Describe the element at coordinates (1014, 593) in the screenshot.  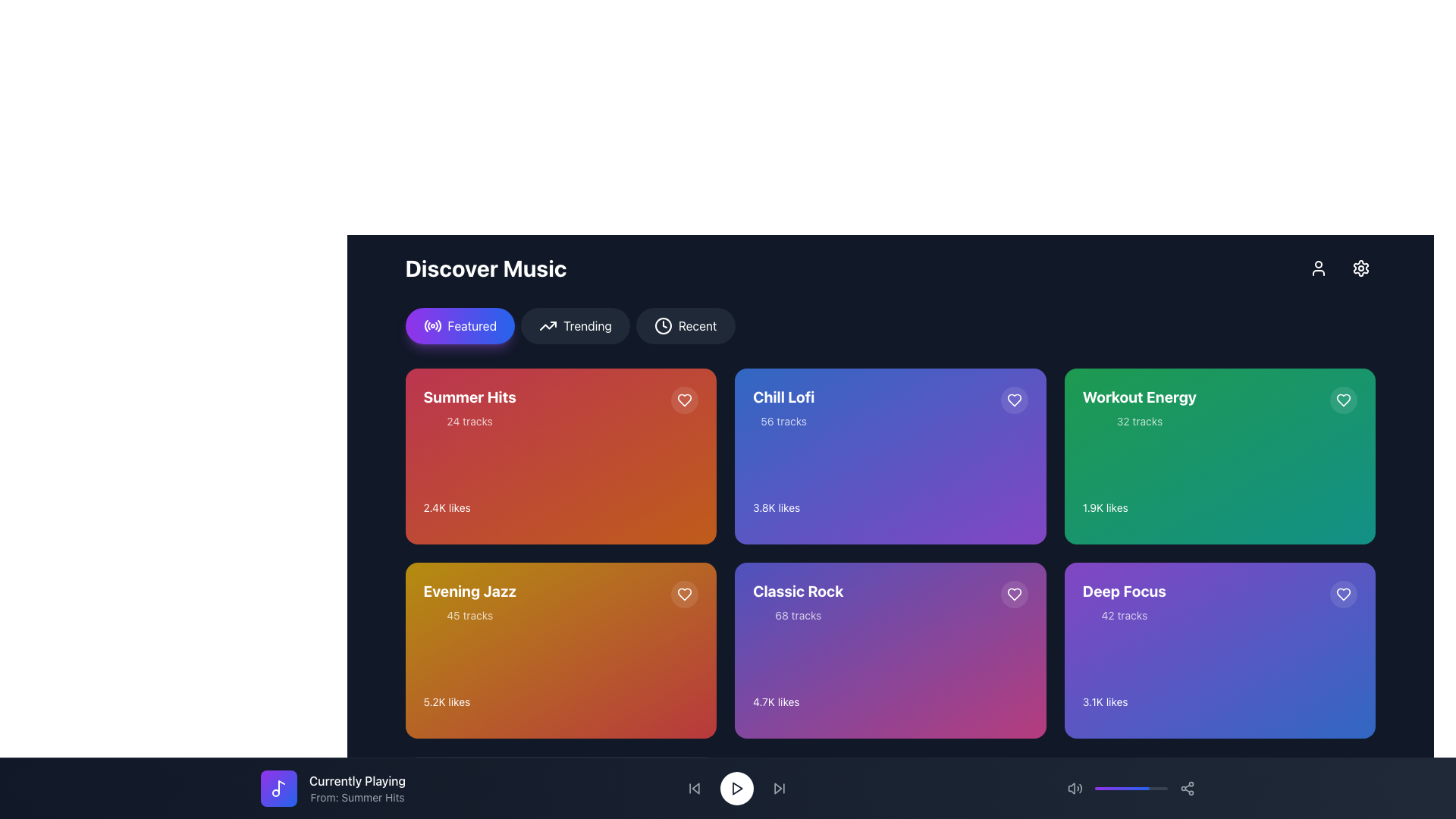
I see `the circular heart-shaped button located at the top-right corner of the 'Classic Rock' card` at that location.